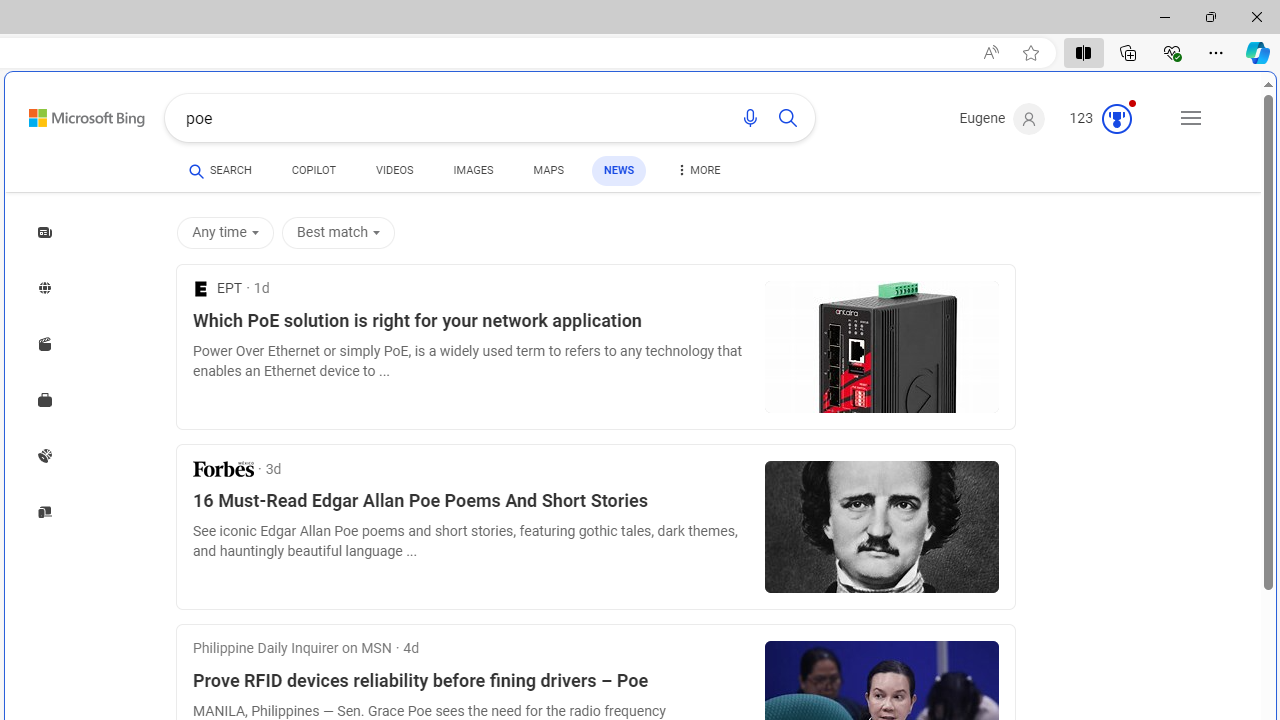 Image resolution: width=1280 pixels, height=720 pixels. Describe the element at coordinates (472, 170) in the screenshot. I see `'IMAGES'` at that location.